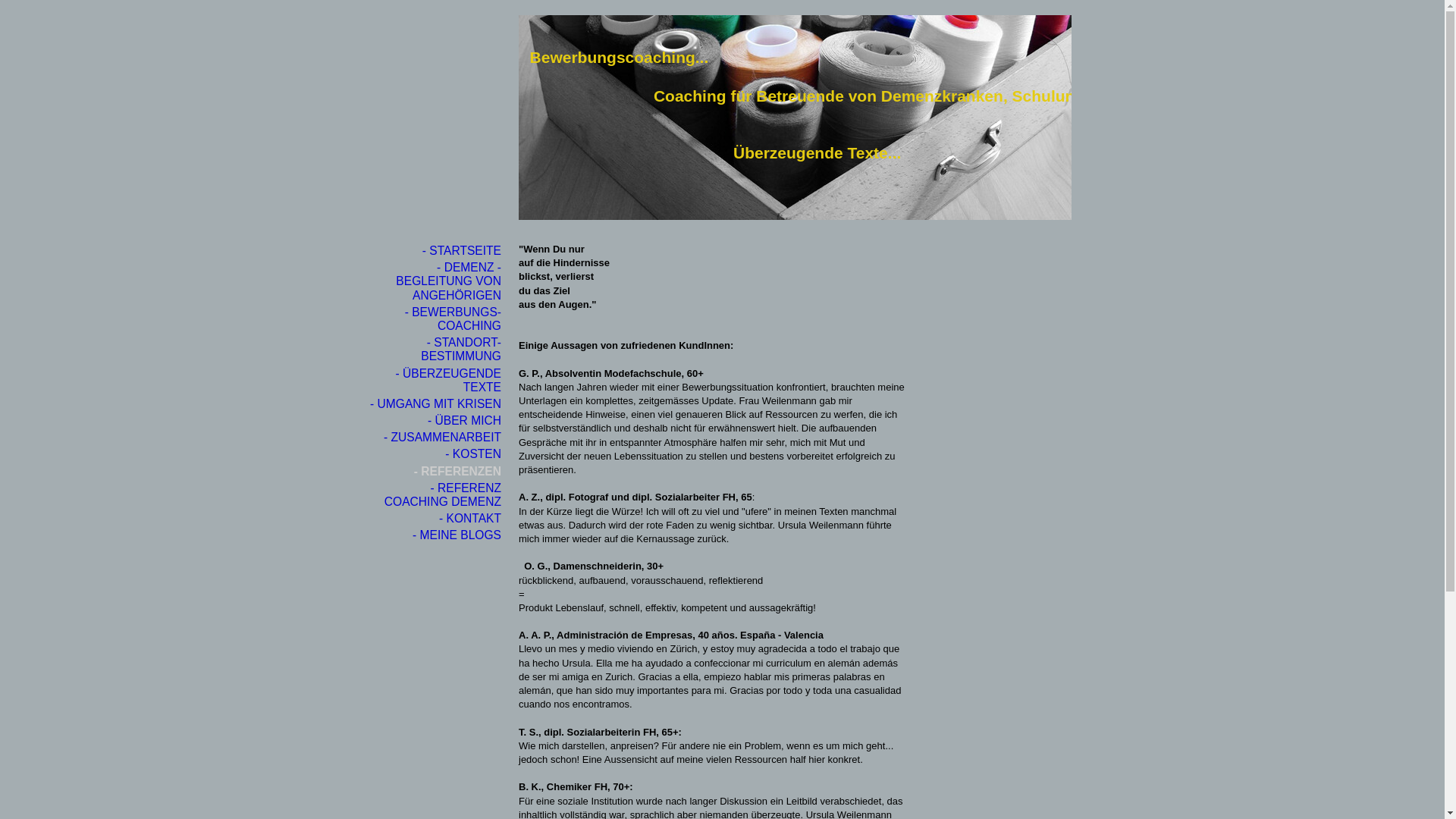 The height and width of the screenshot is (819, 1456). What do you see at coordinates (435, 470) in the screenshot?
I see `'- REFERENZEN'` at bounding box center [435, 470].